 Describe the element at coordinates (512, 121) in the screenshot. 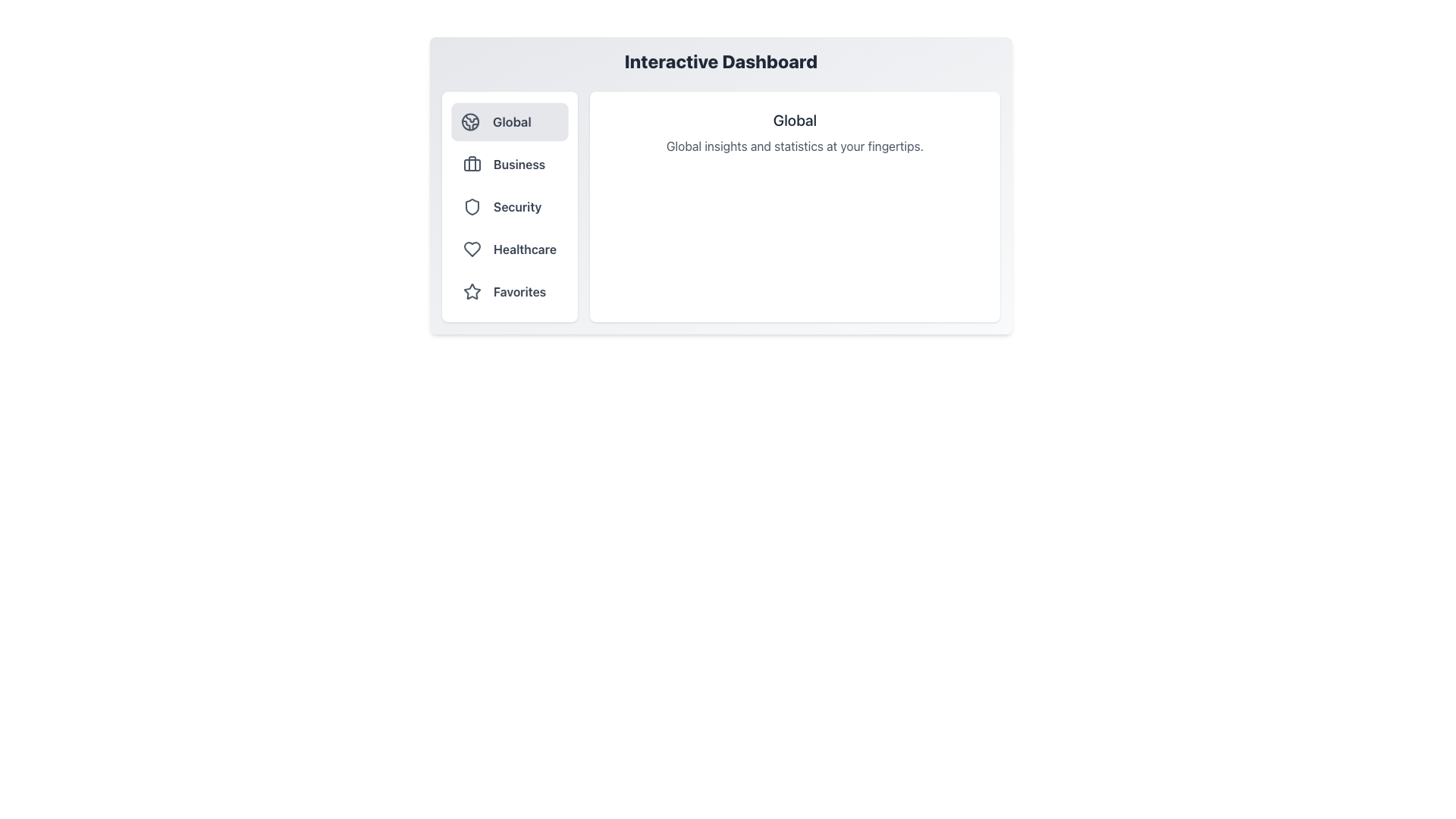

I see `label text associated with the navigation button located below the globe icon in the topmost item of the vertically aligned menu list` at that location.